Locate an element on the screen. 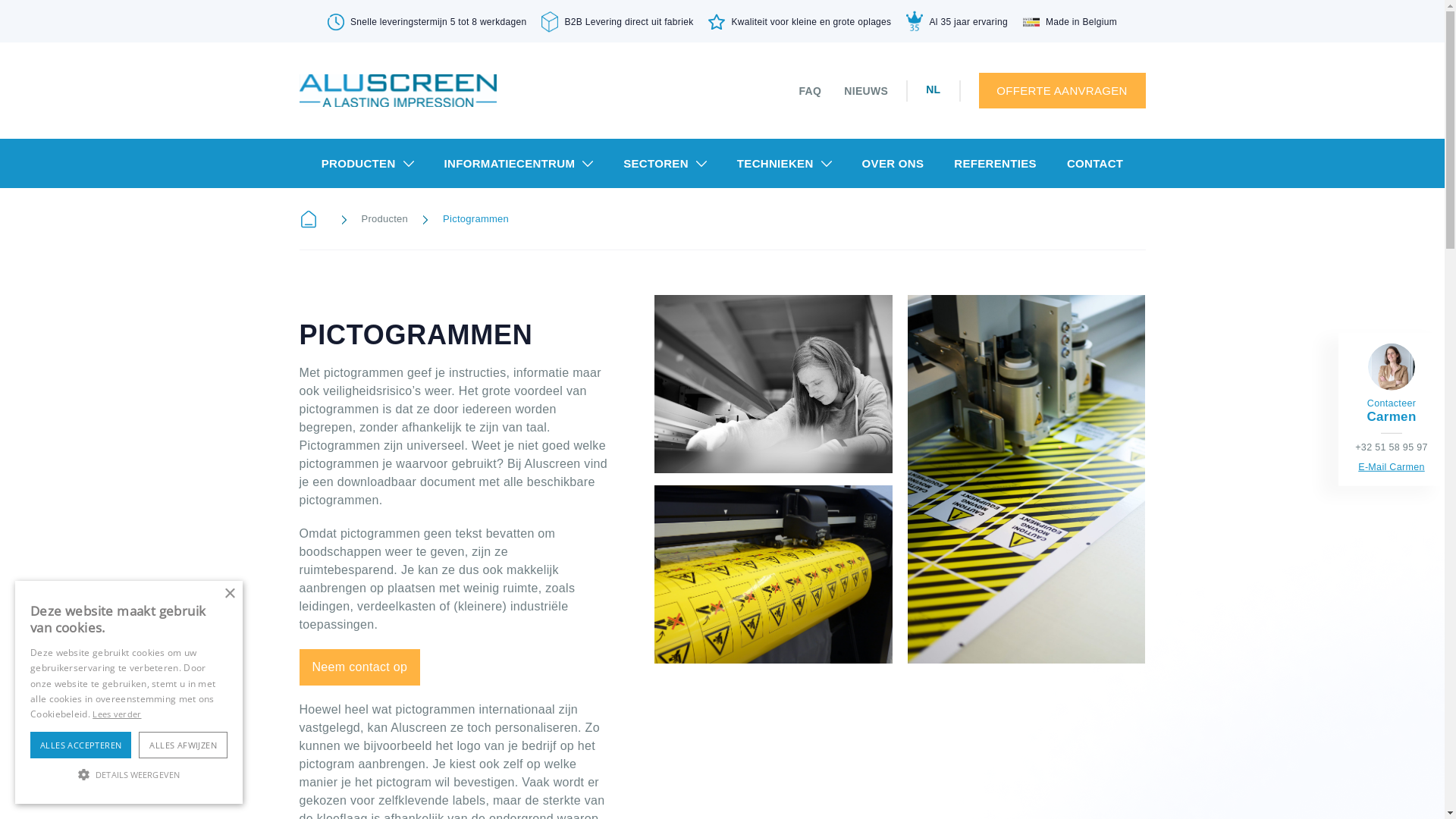 This screenshot has width=1456, height=819. 'REFERENTIES' is located at coordinates (995, 163).